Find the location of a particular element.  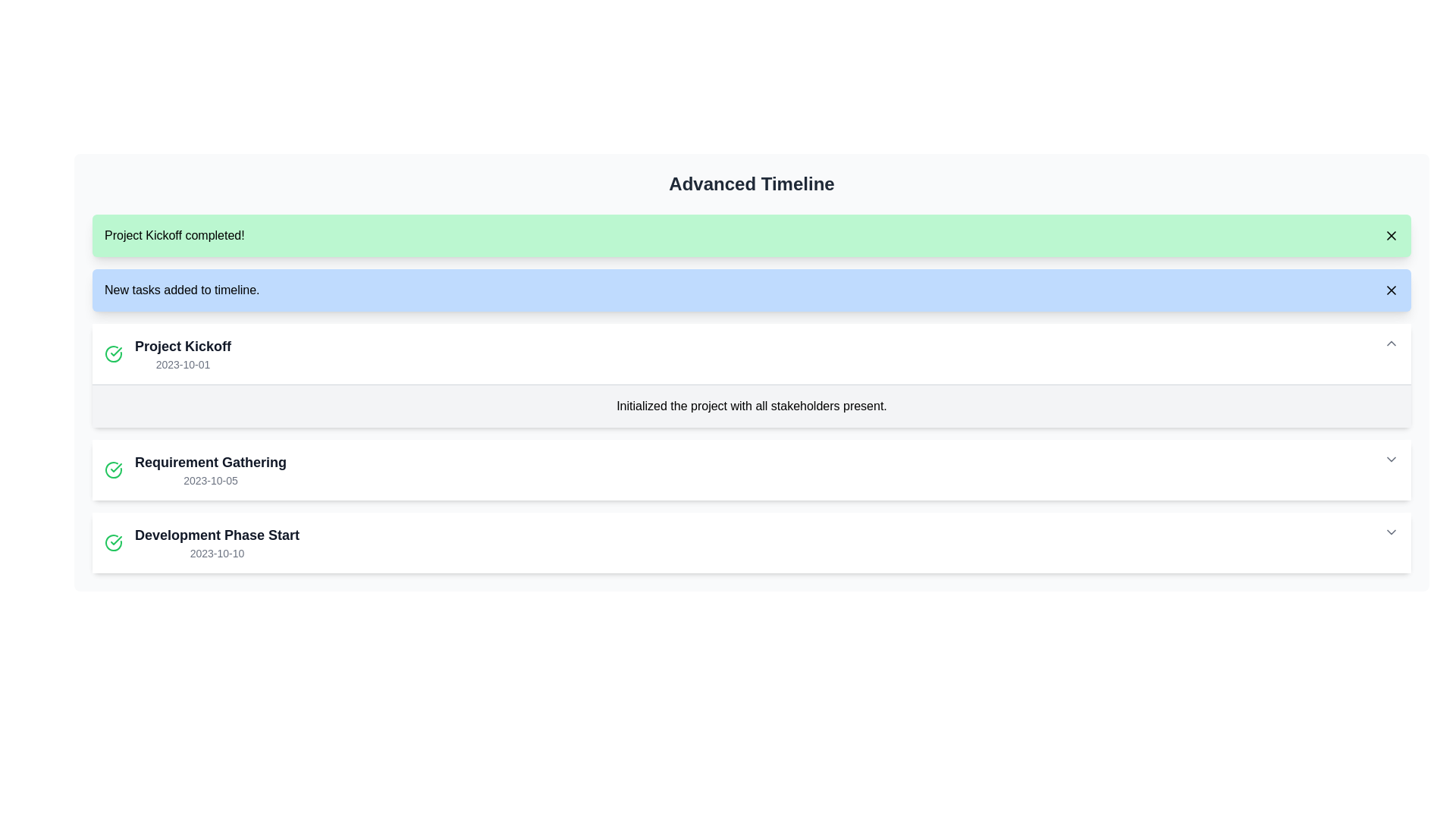

the text block titled 'Requirement Gathering' to understand the milestone is located at coordinates (210, 469).